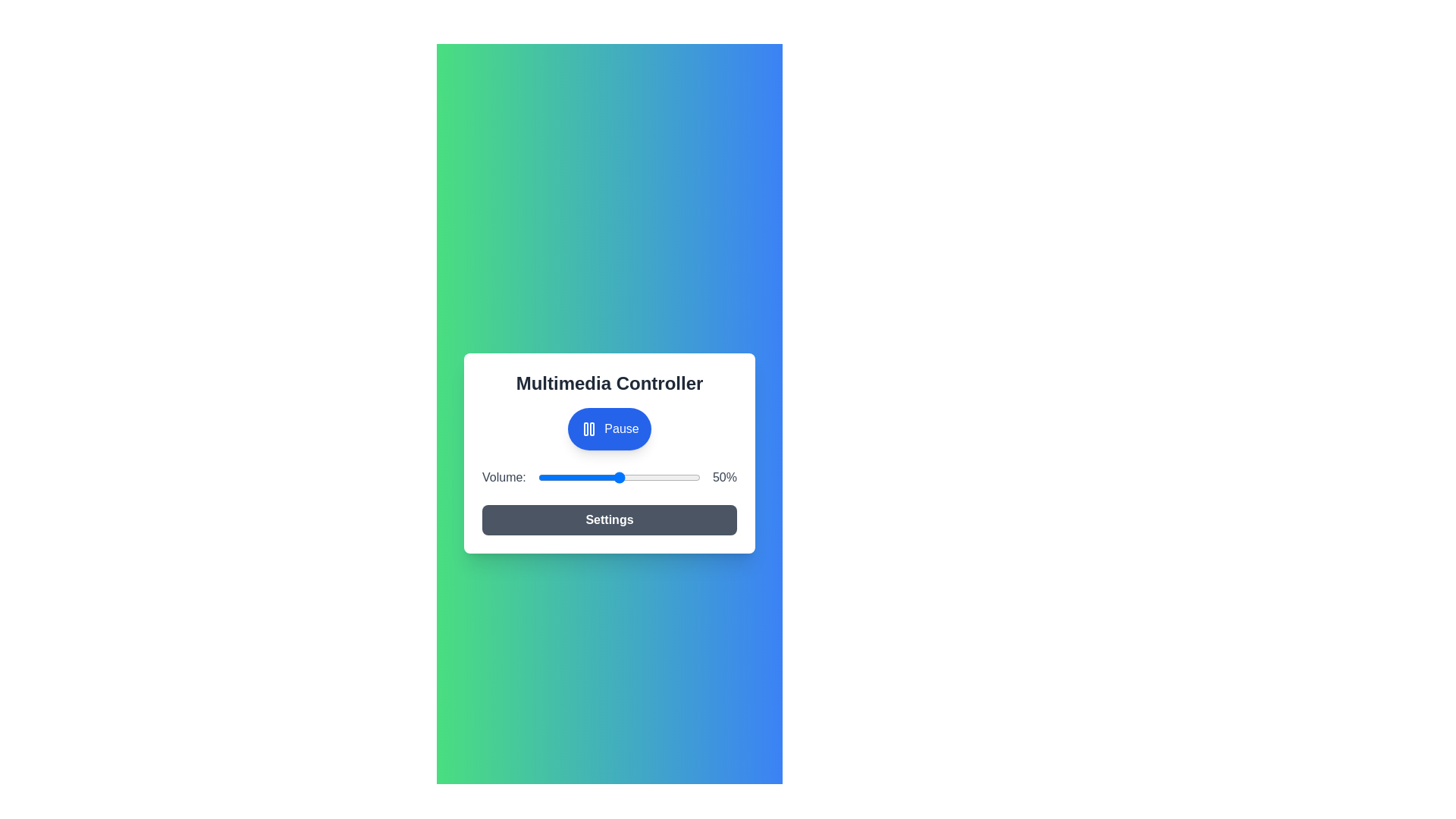  What do you see at coordinates (629, 476) in the screenshot?
I see `the volume` at bounding box center [629, 476].